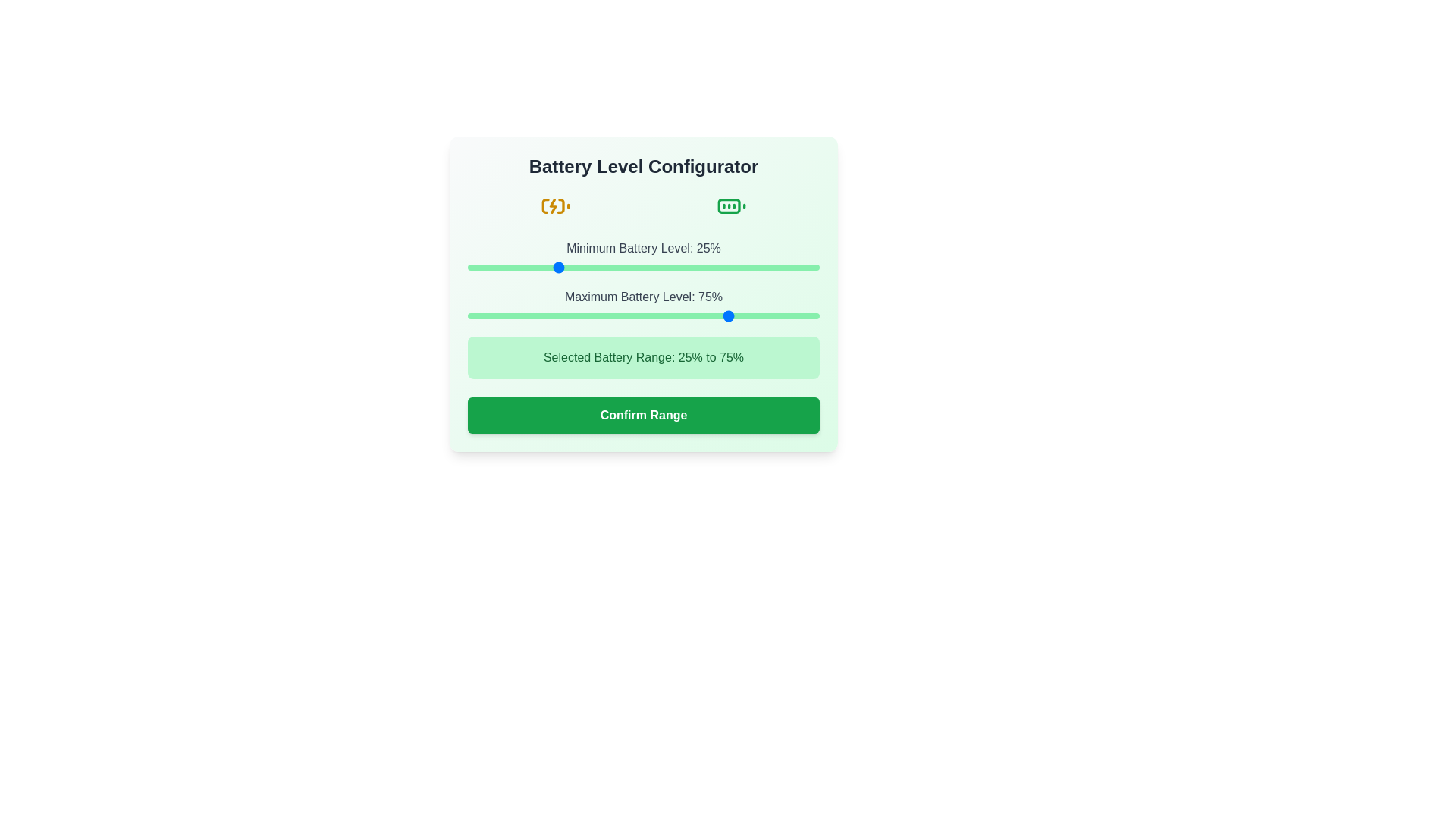 This screenshot has width=1456, height=819. I want to click on the minimum battery level, so click(685, 267).